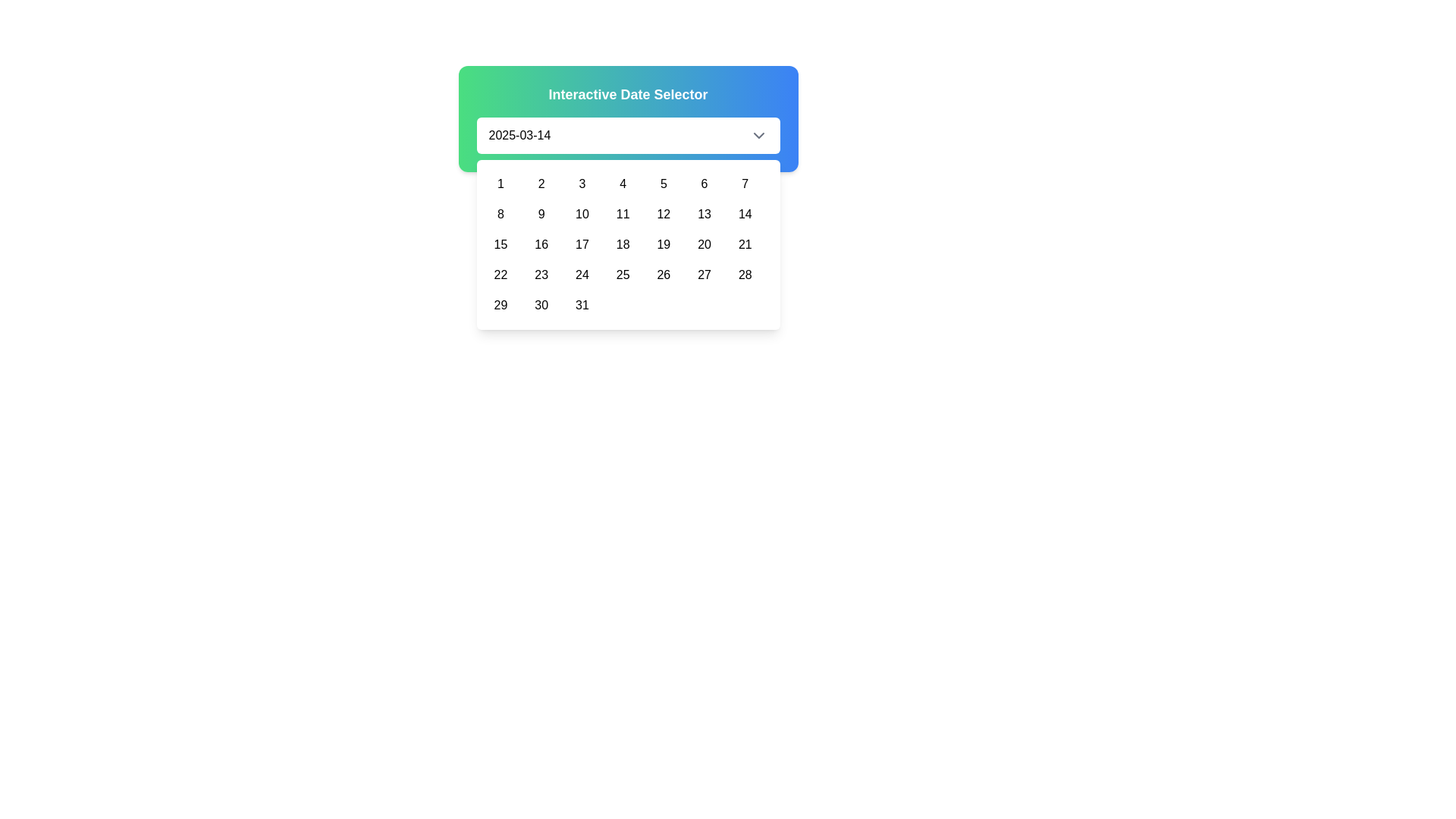 This screenshot has width=1456, height=819. Describe the element at coordinates (582, 184) in the screenshot. I see `the button labeled '3' in the date-picker interface` at that location.